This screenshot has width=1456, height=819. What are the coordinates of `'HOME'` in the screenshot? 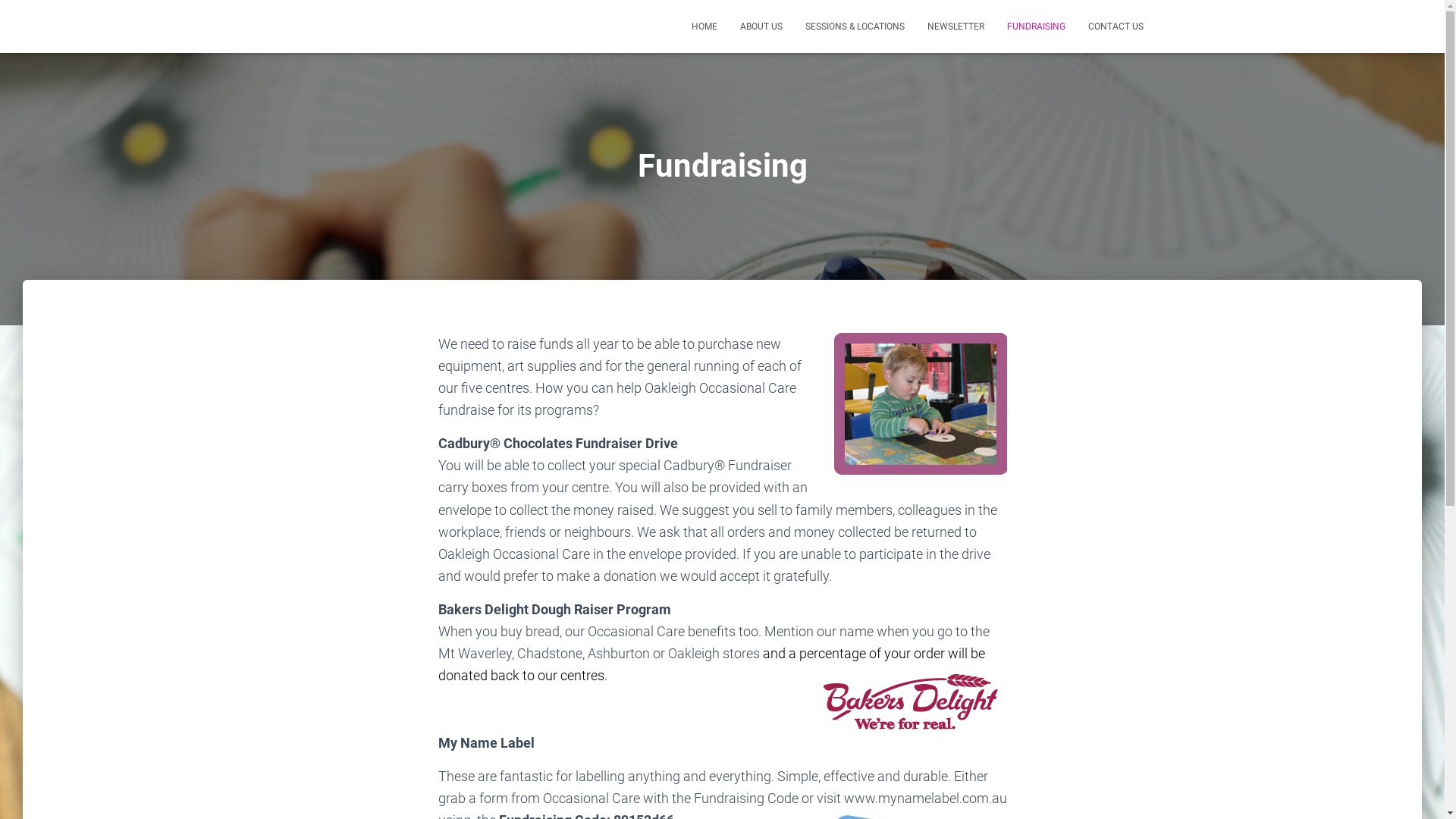 It's located at (702, 26).